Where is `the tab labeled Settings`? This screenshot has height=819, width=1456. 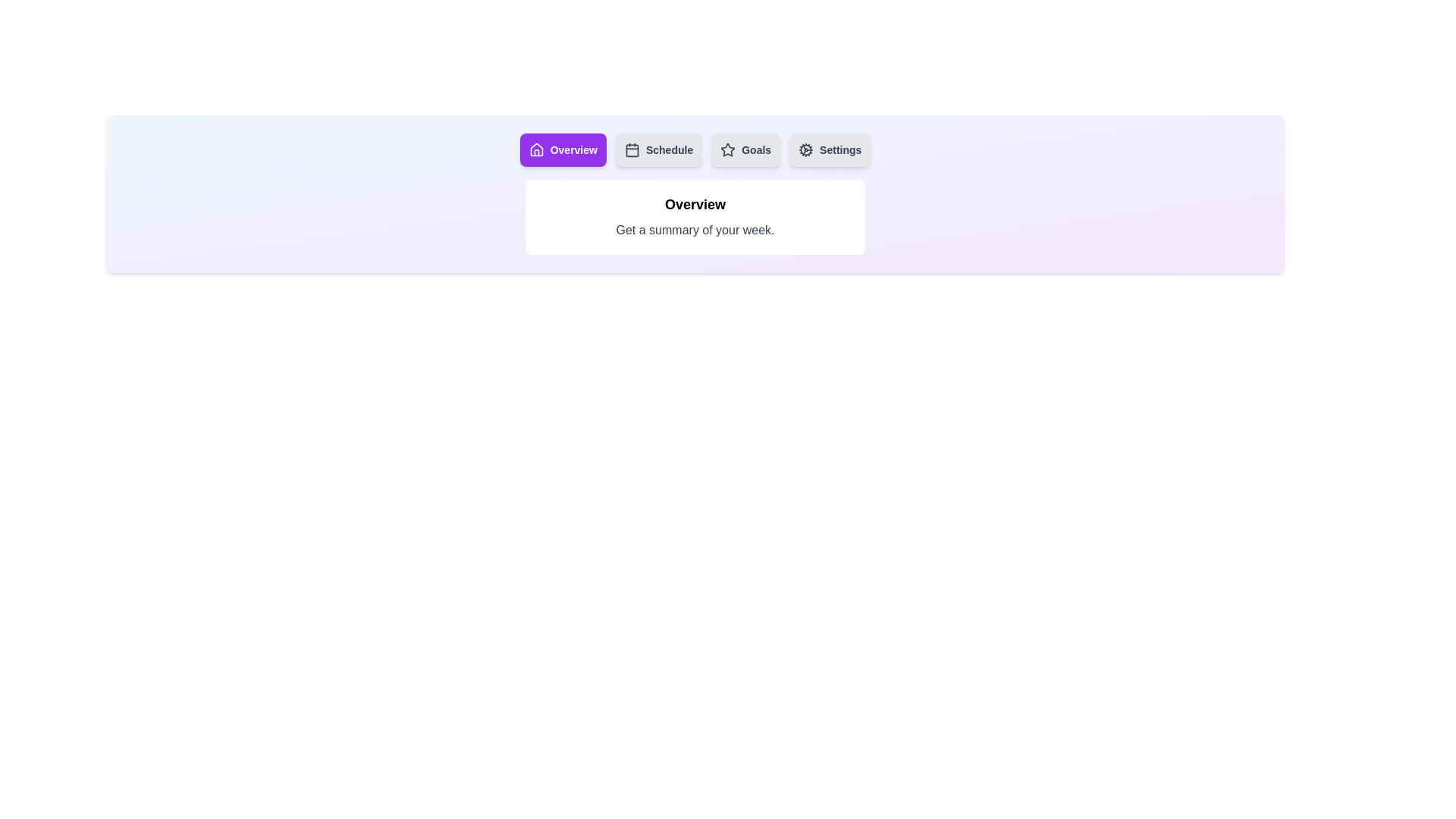 the tab labeled Settings is located at coordinates (829, 149).